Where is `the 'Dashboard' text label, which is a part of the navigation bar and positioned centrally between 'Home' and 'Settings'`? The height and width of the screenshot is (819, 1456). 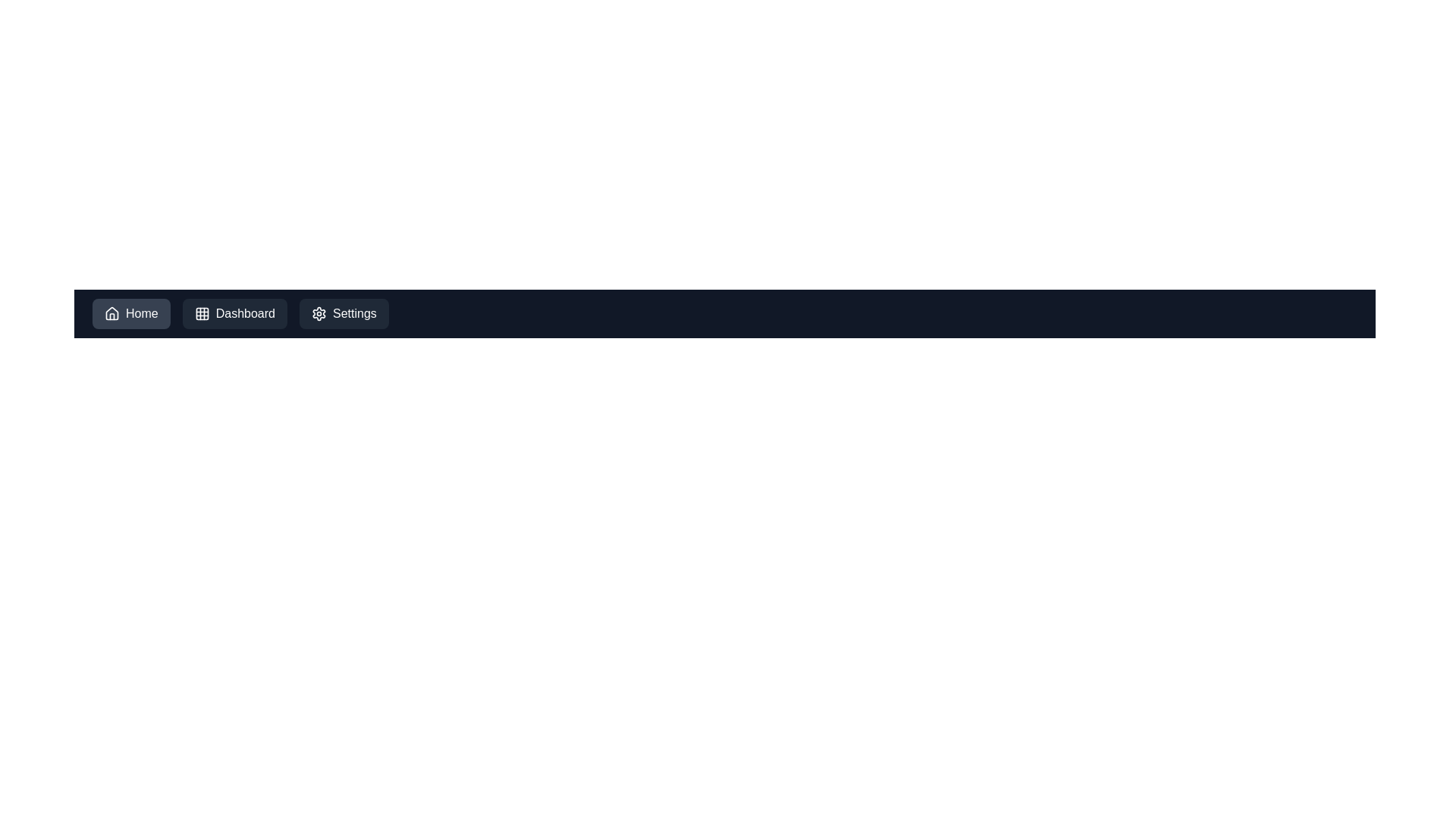 the 'Dashboard' text label, which is a part of the navigation bar and positioned centrally between 'Home' and 'Settings' is located at coordinates (245, 312).